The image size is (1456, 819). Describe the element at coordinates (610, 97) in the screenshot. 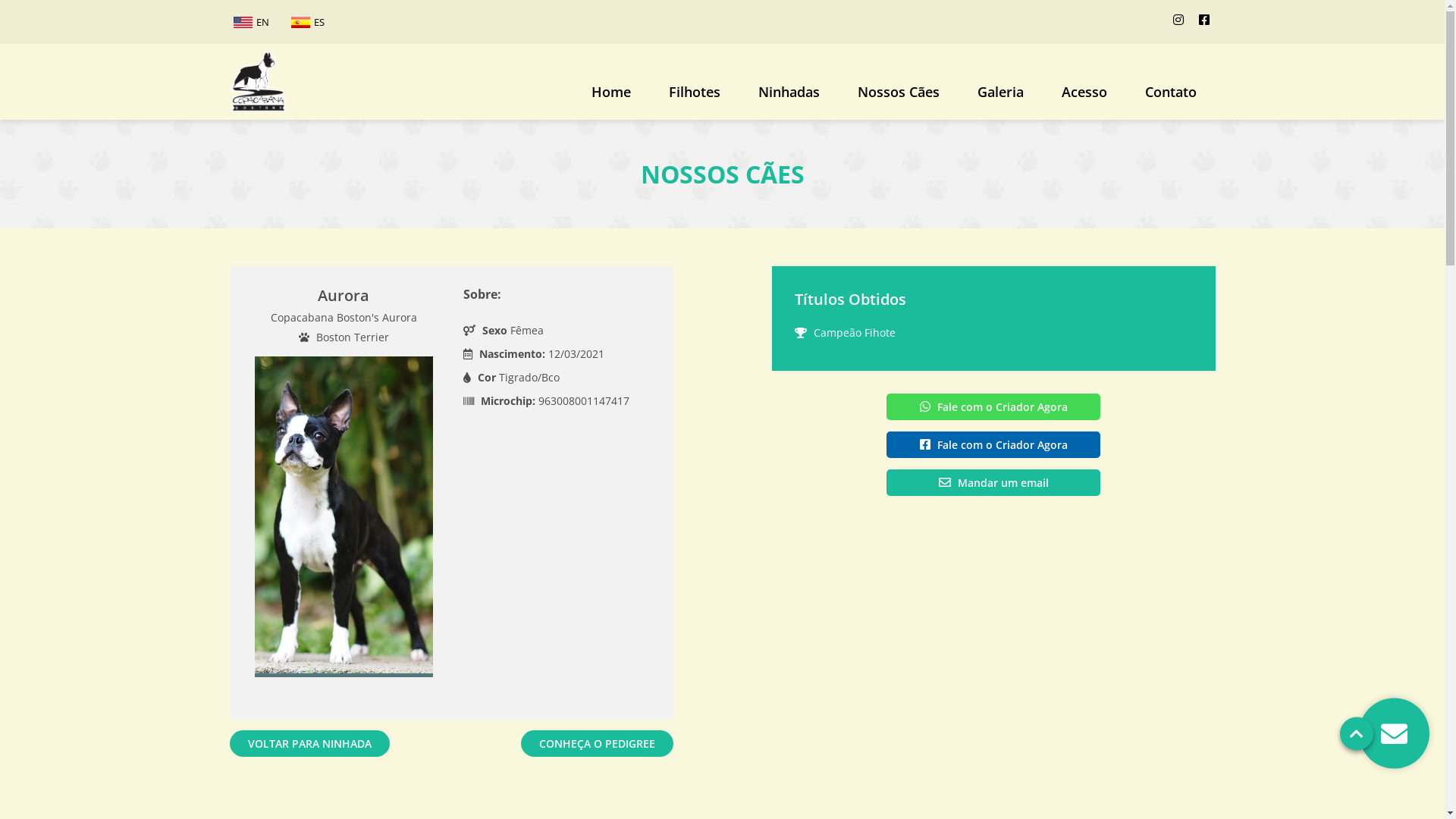

I see `'Home'` at that location.